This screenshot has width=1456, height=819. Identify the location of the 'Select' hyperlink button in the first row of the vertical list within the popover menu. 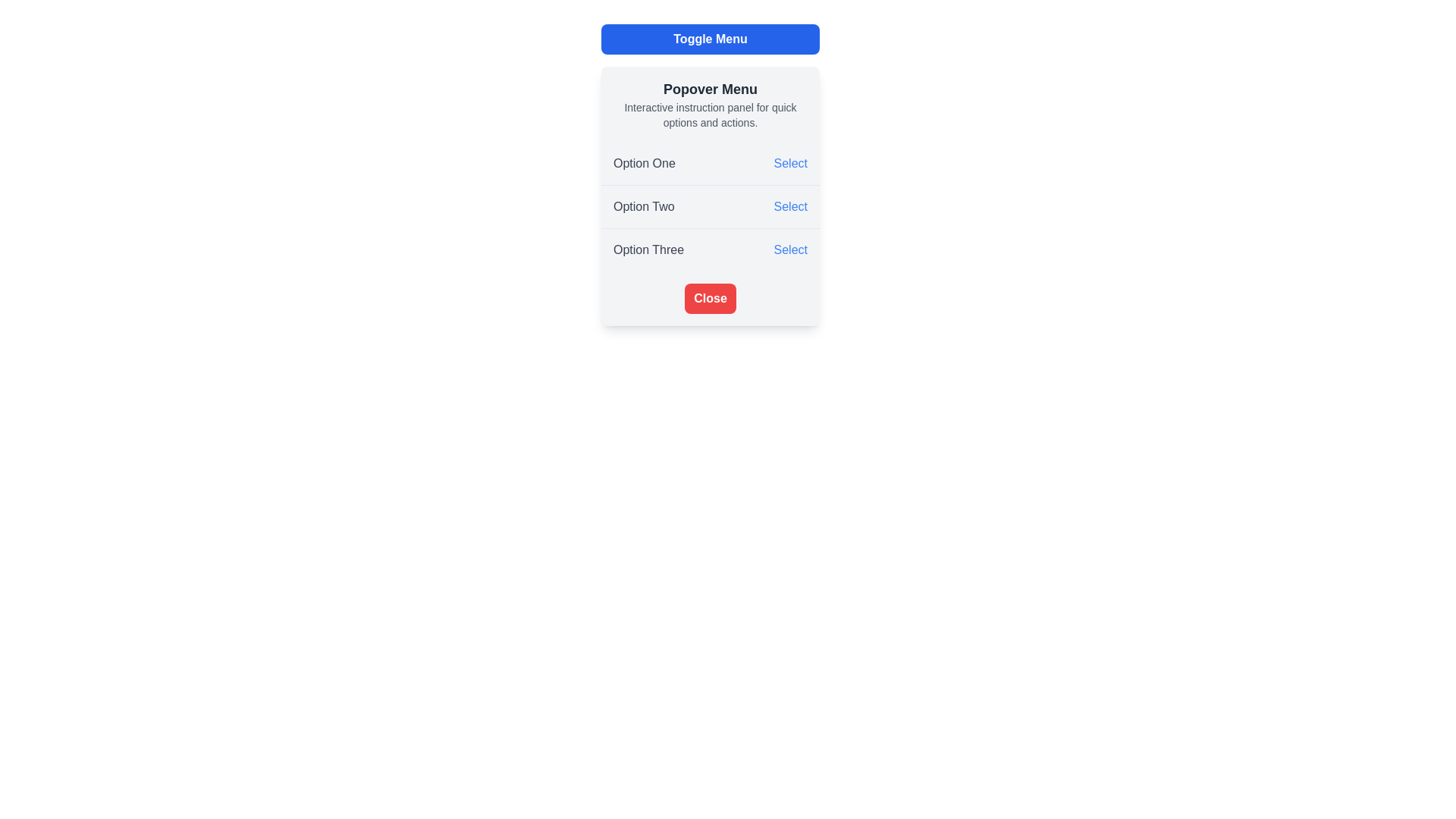
(709, 164).